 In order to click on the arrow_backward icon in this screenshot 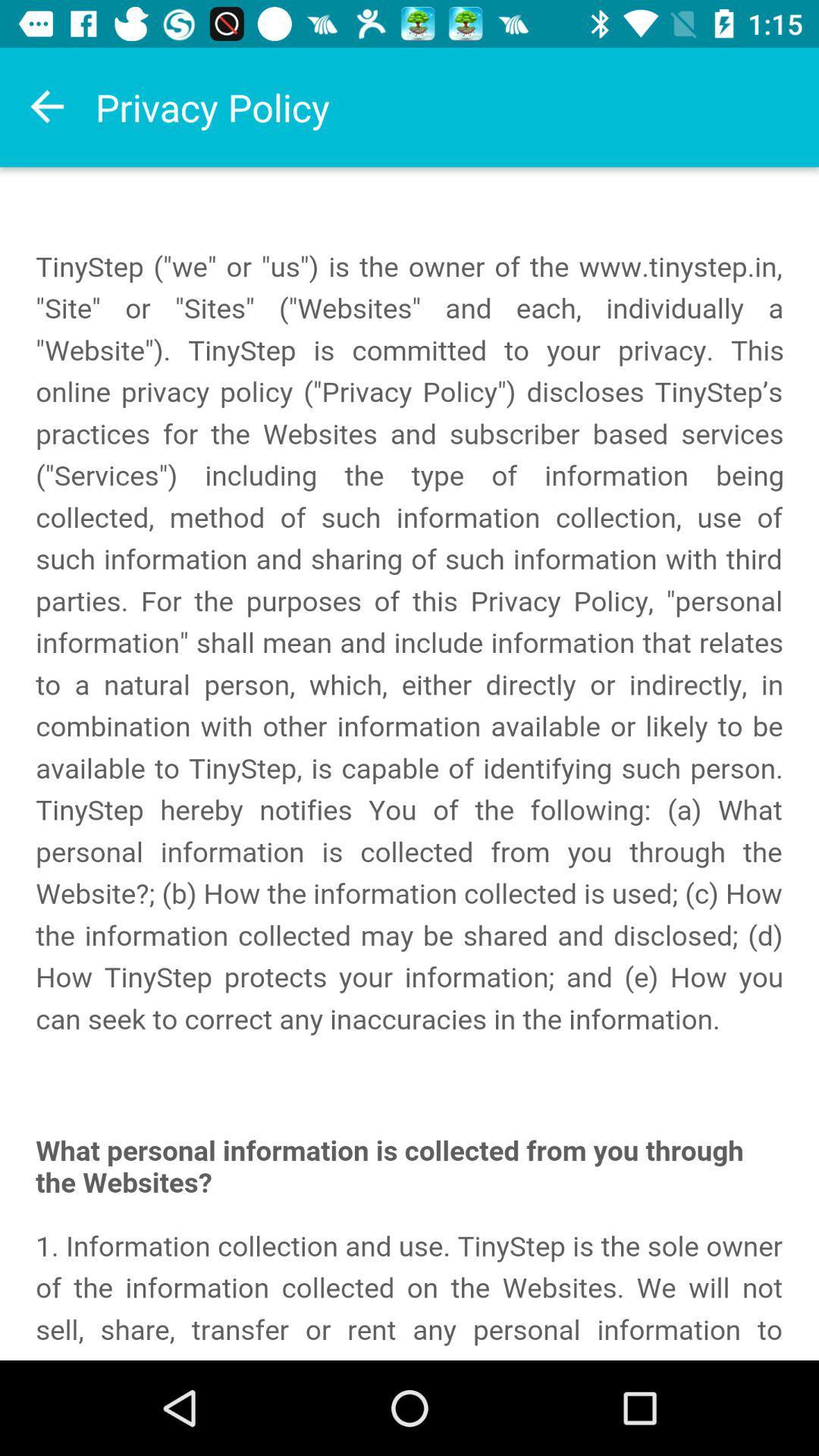, I will do `click(46, 106)`.